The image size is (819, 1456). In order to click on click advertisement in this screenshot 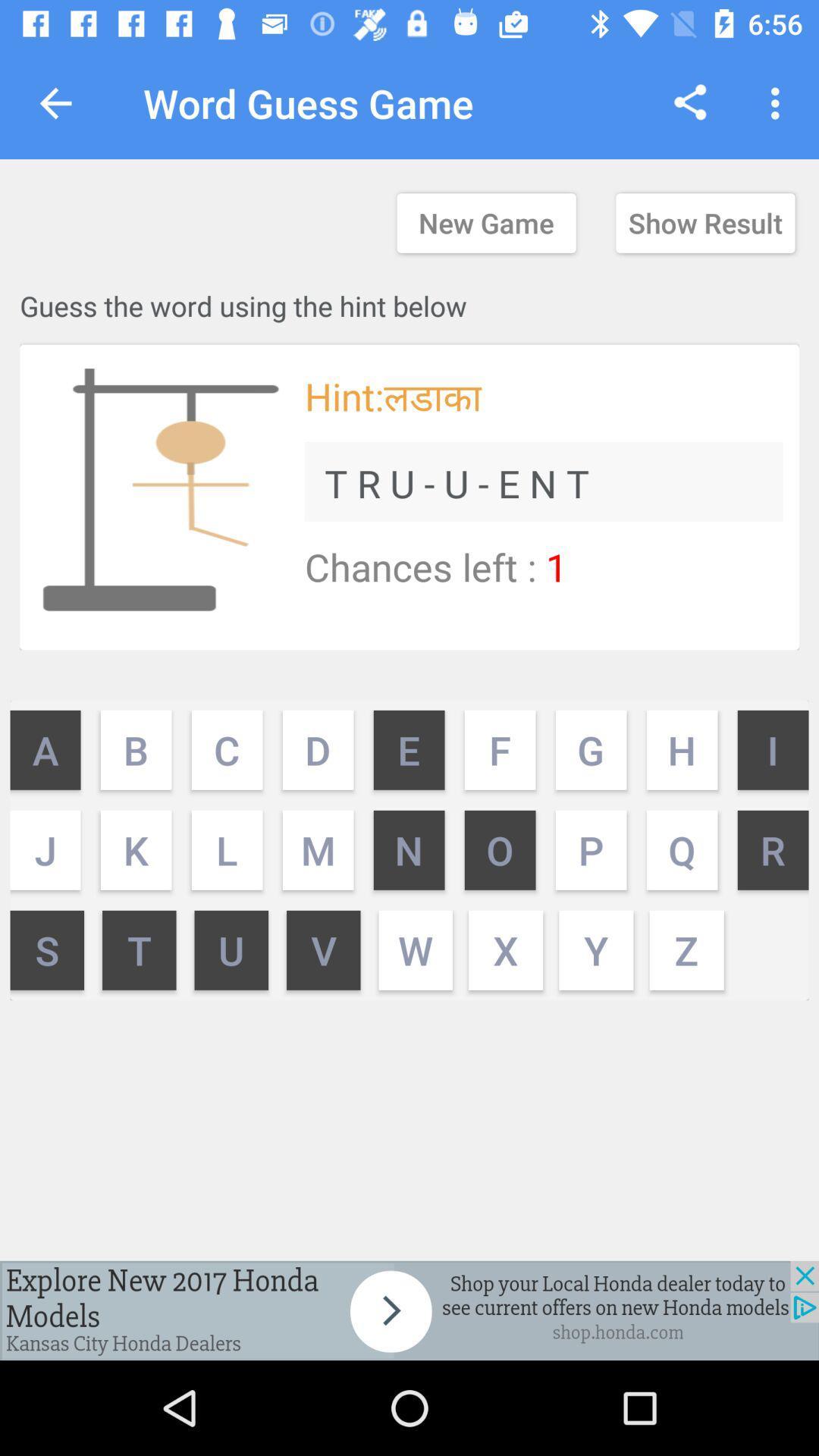, I will do `click(409, 1310)`.